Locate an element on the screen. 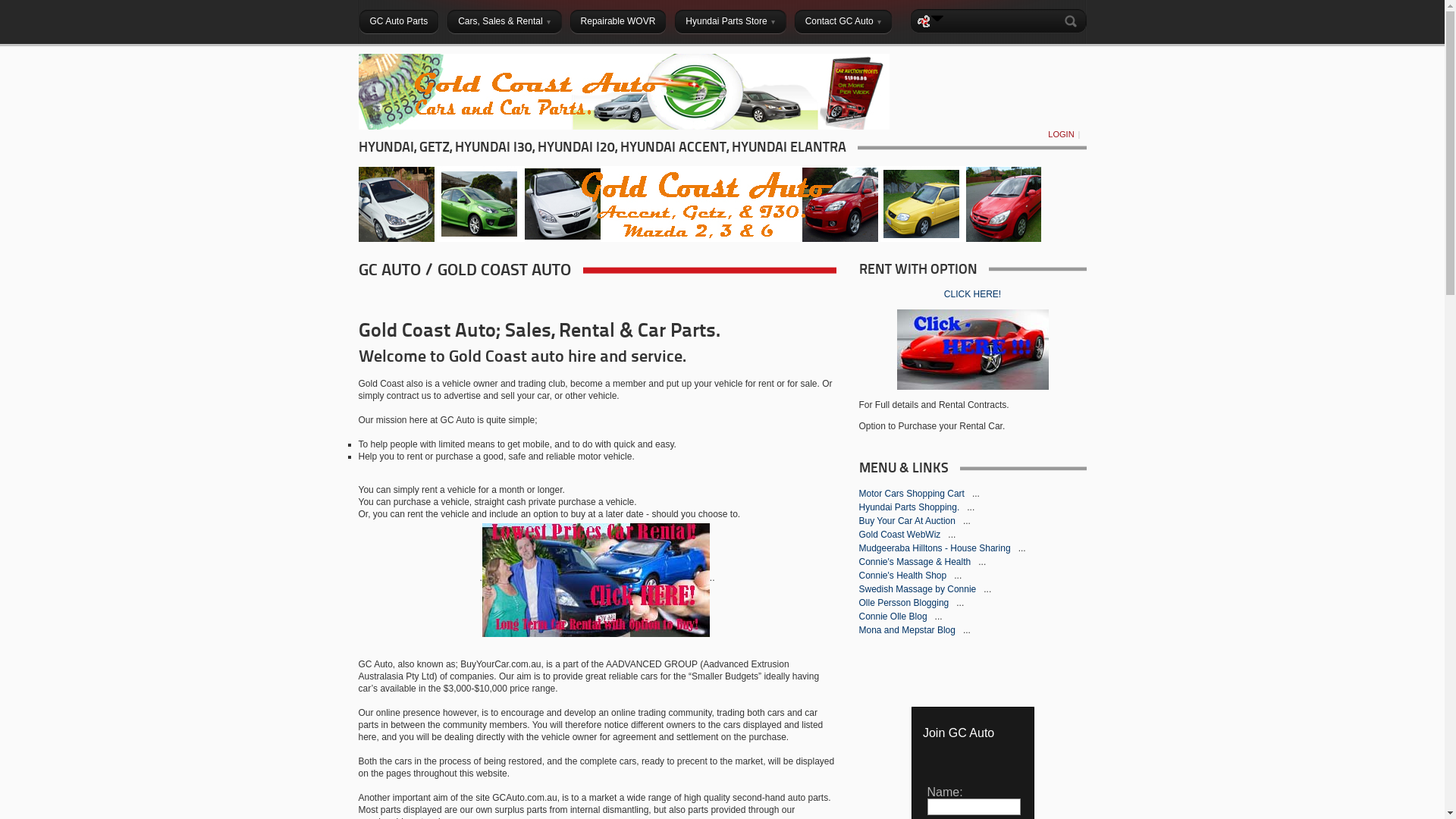 The width and height of the screenshot is (1456, 819). 'Connie Olle Blog' is located at coordinates (858, 617).